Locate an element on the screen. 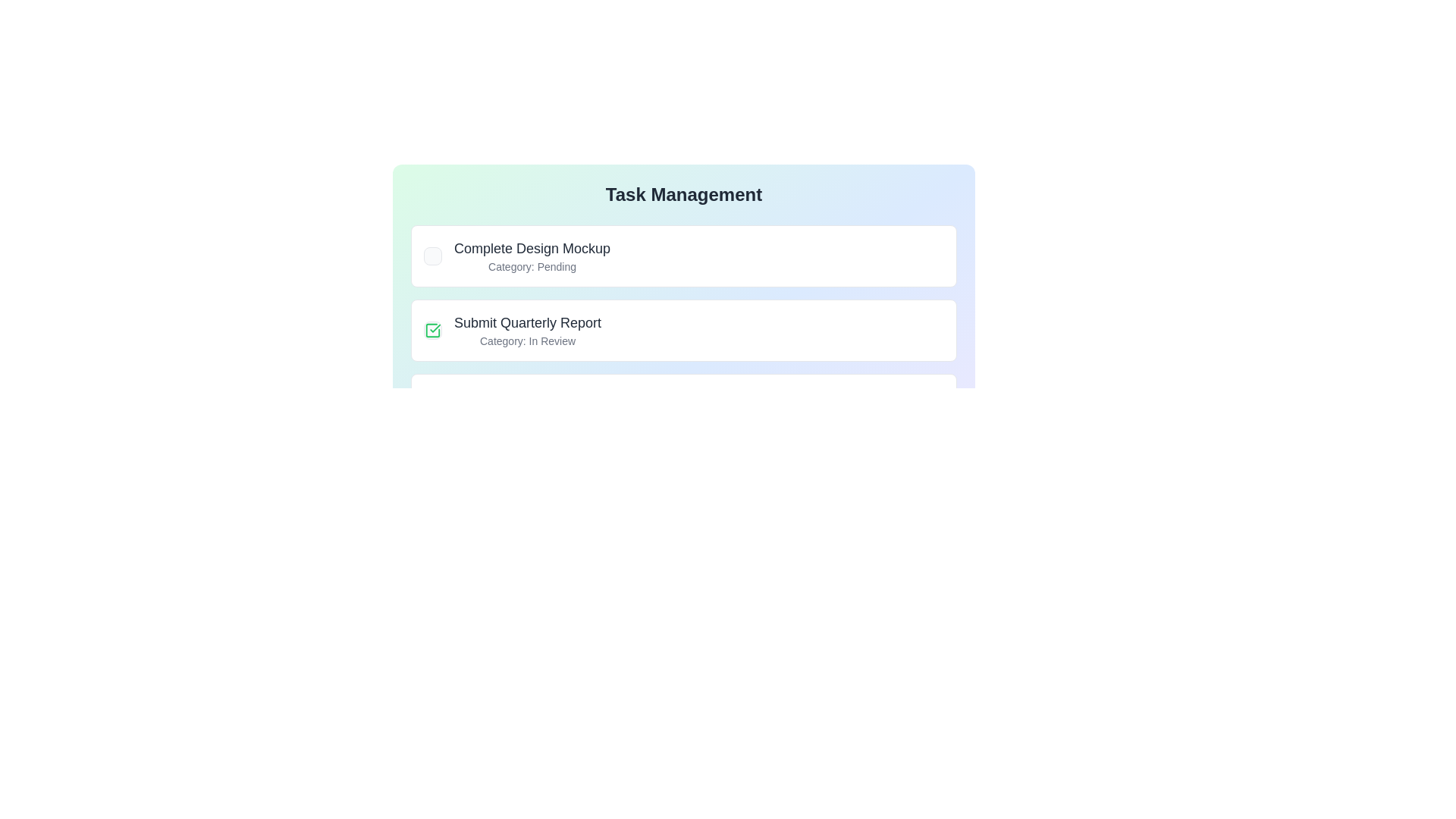 This screenshot has width=1456, height=819. the green checkmark icon next to the 'Submit Quarterly Report' task is located at coordinates (513, 329).